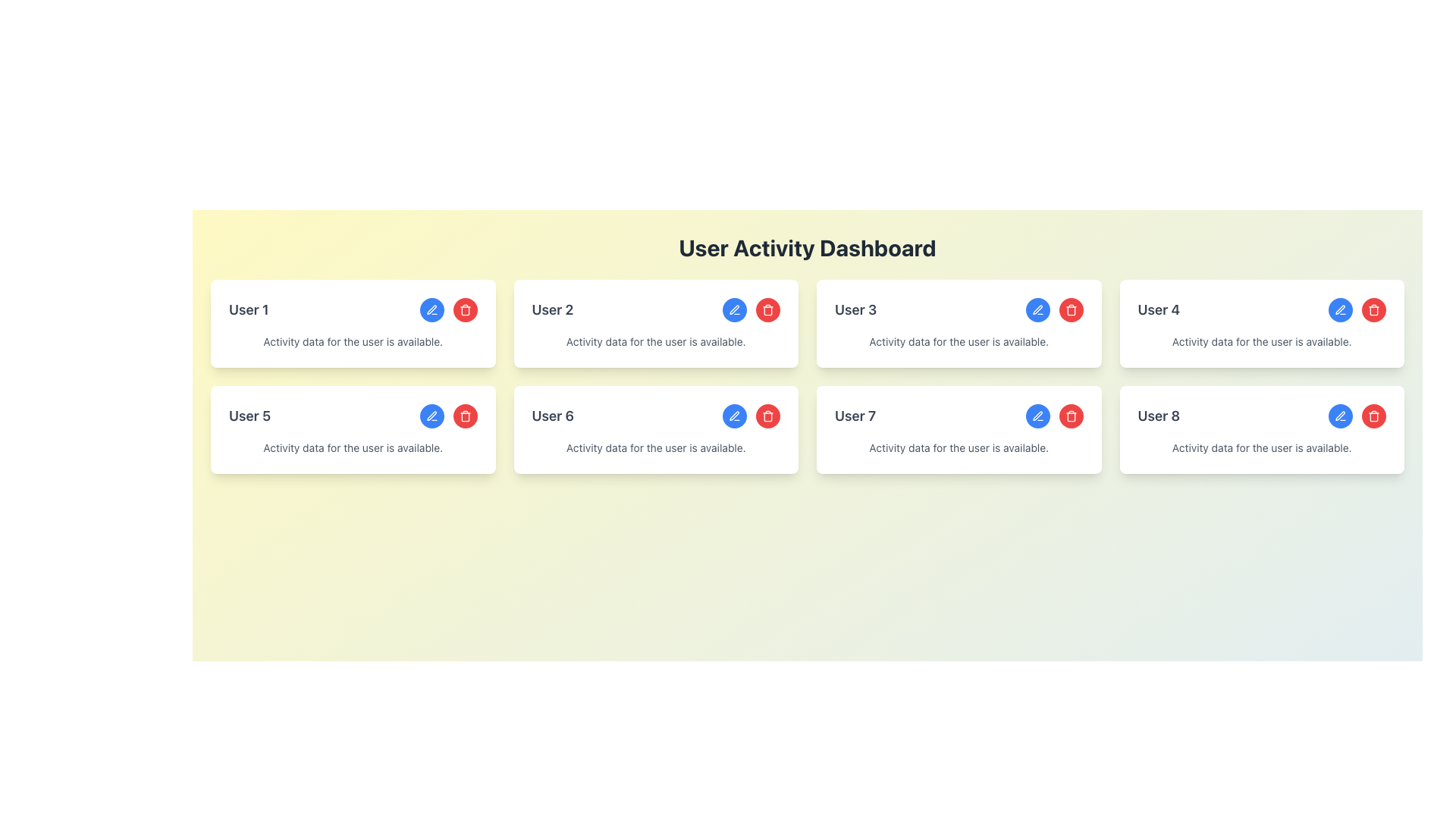  I want to click on the user activity card that provides options to edit or delete user records, located in the second row, first column of the grid layout, so click(352, 430).